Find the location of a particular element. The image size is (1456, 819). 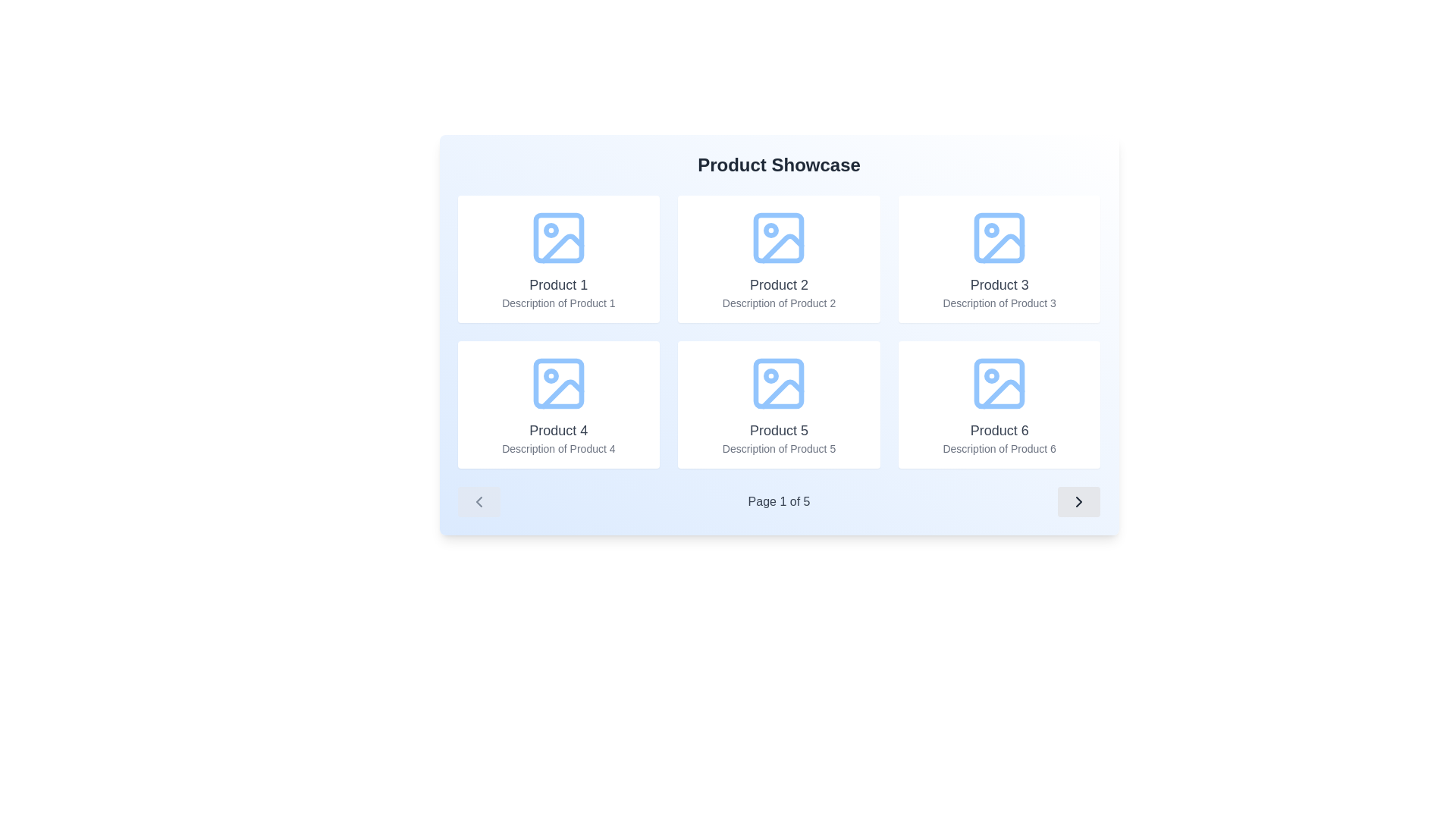

description label located at the bottom of the card for 'Product 4', which provides additional context about the product is located at coordinates (557, 447).